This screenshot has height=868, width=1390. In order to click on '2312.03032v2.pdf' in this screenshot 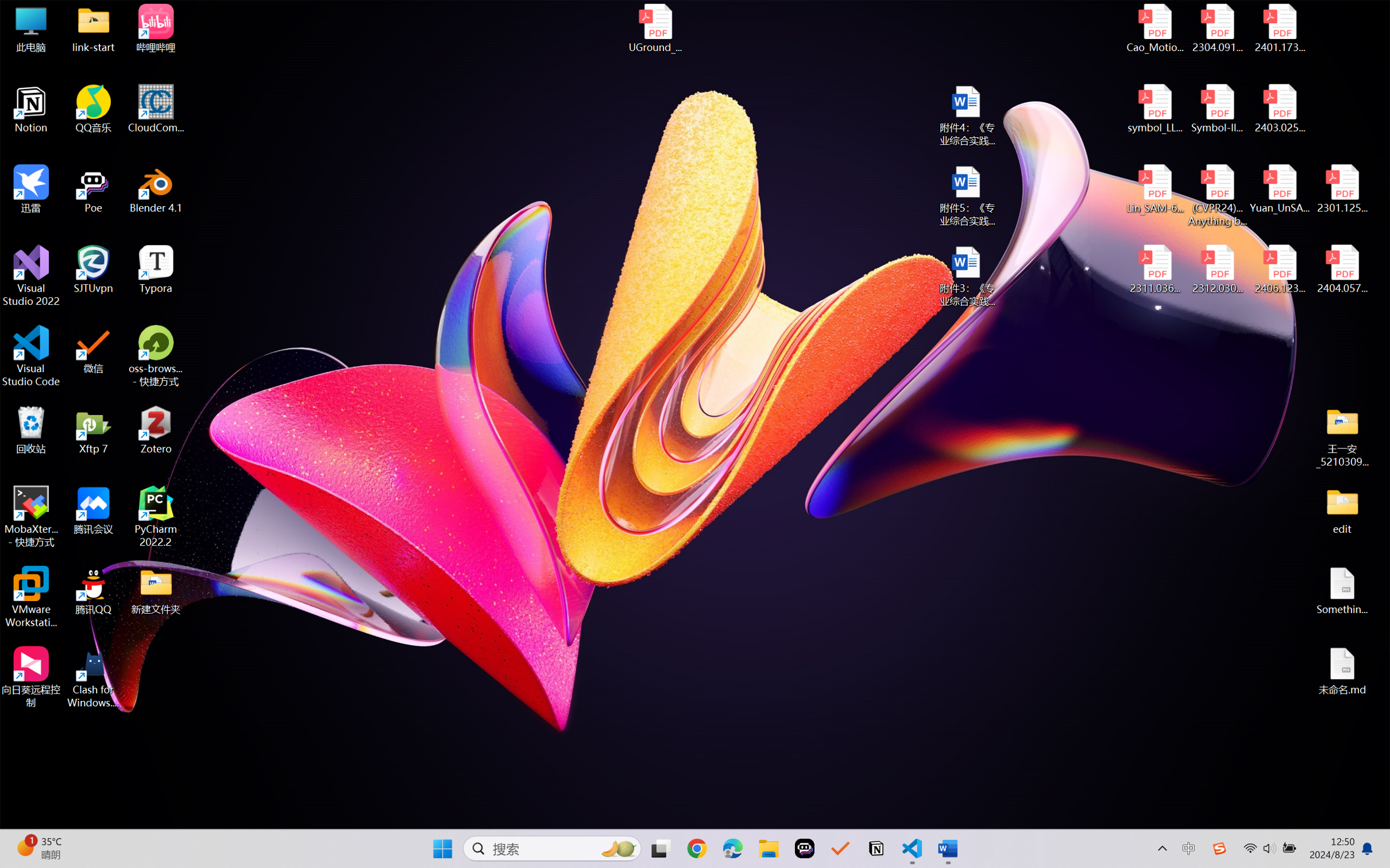, I will do `click(1217, 269)`.